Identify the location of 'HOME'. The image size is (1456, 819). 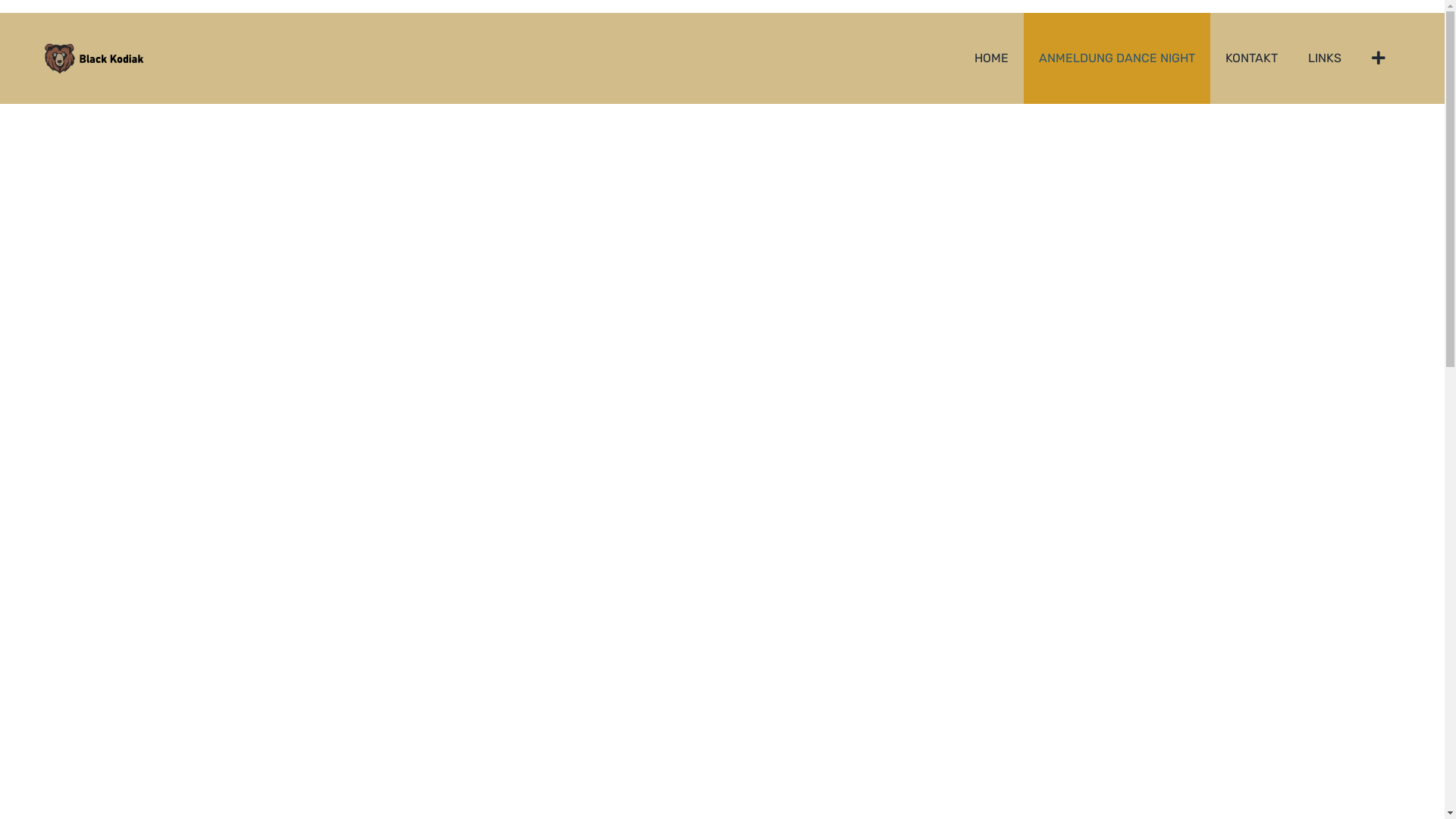
(991, 58).